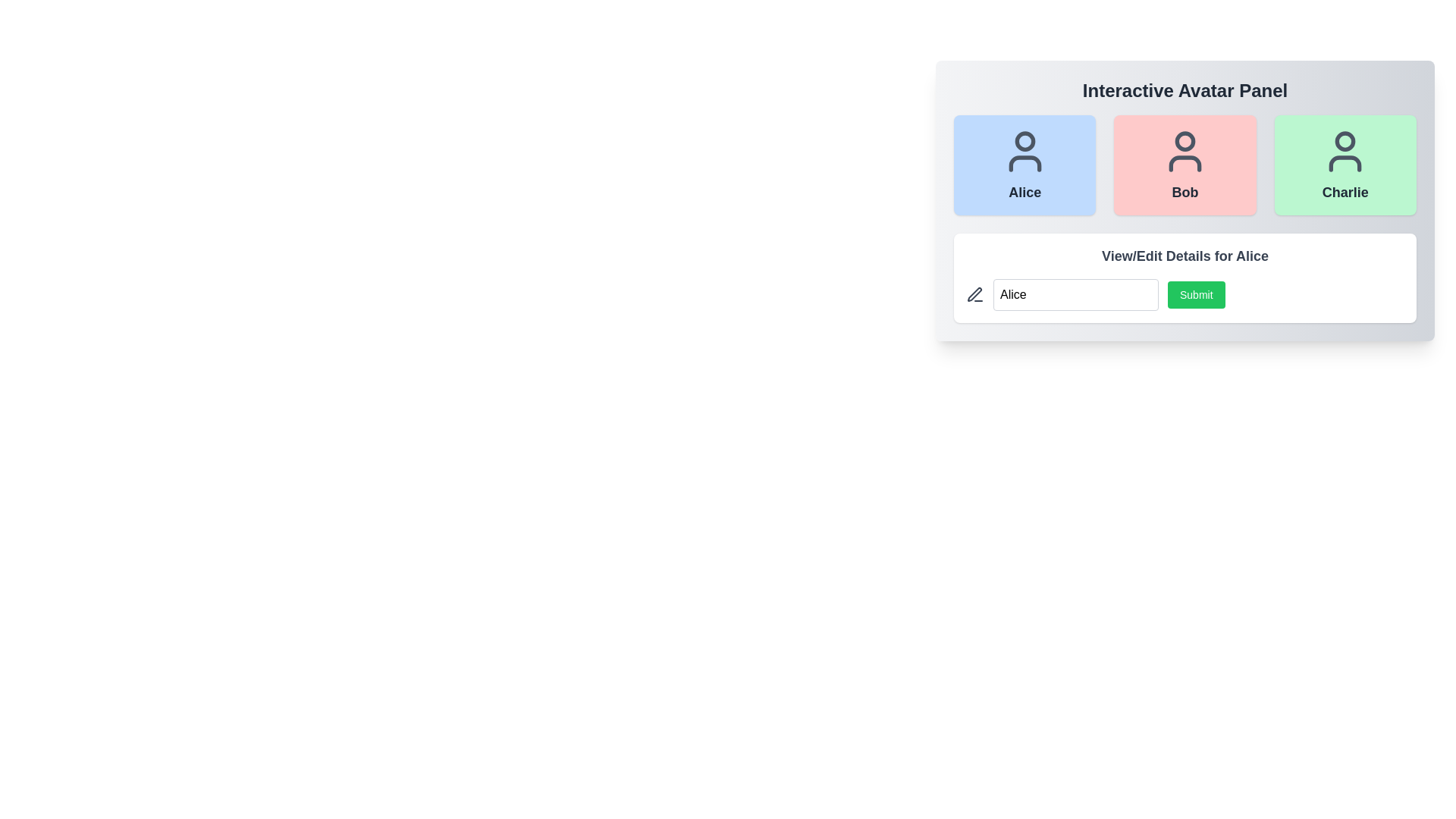 The width and height of the screenshot is (1456, 819). I want to click on the circular icon representing the avatar labeled 'Alice' located at the top-center of the avatar in the 'Interactive Avatar Panel', so click(1025, 141).